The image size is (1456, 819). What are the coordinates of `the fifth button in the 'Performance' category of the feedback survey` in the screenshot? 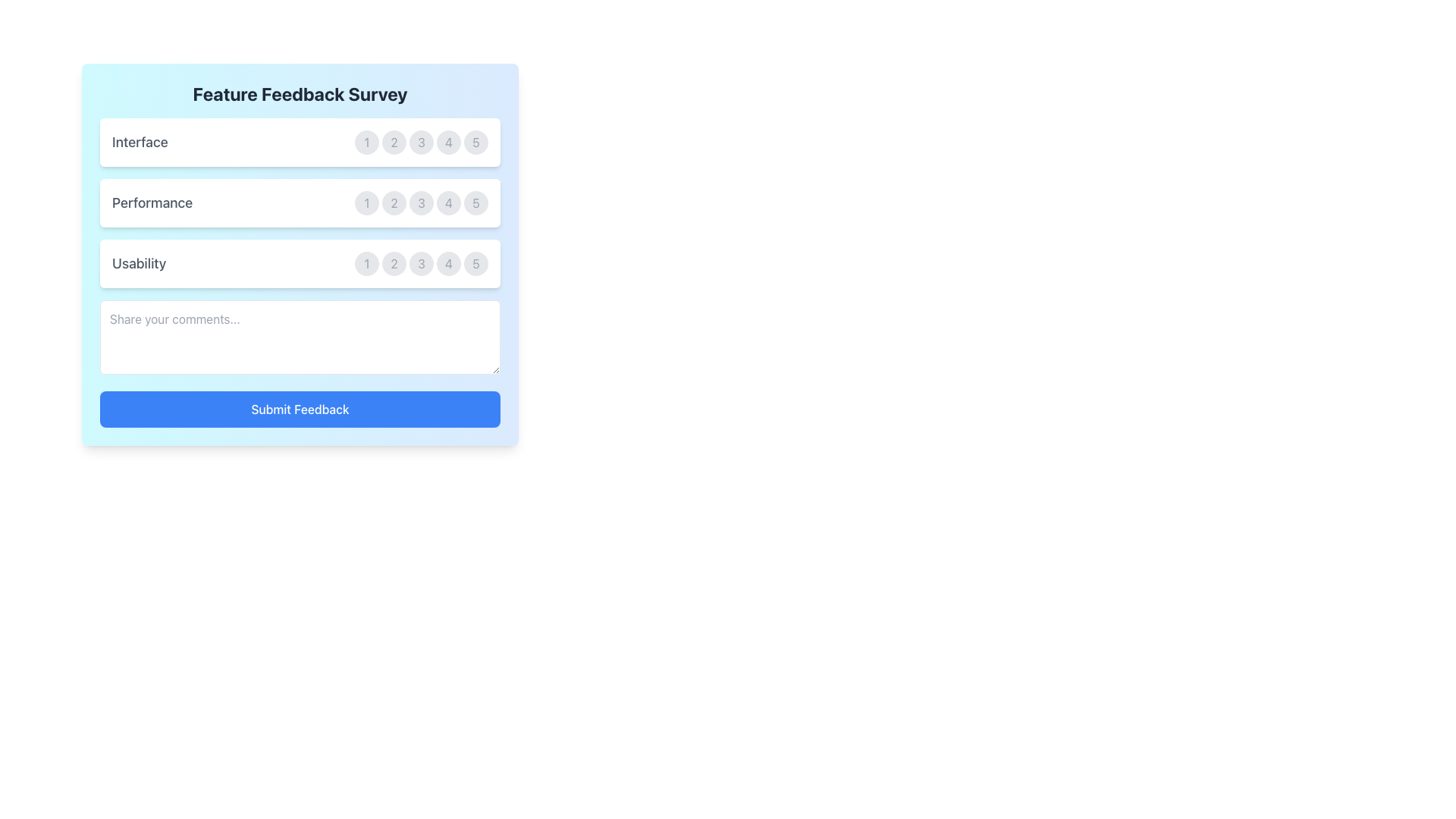 It's located at (475, 202).